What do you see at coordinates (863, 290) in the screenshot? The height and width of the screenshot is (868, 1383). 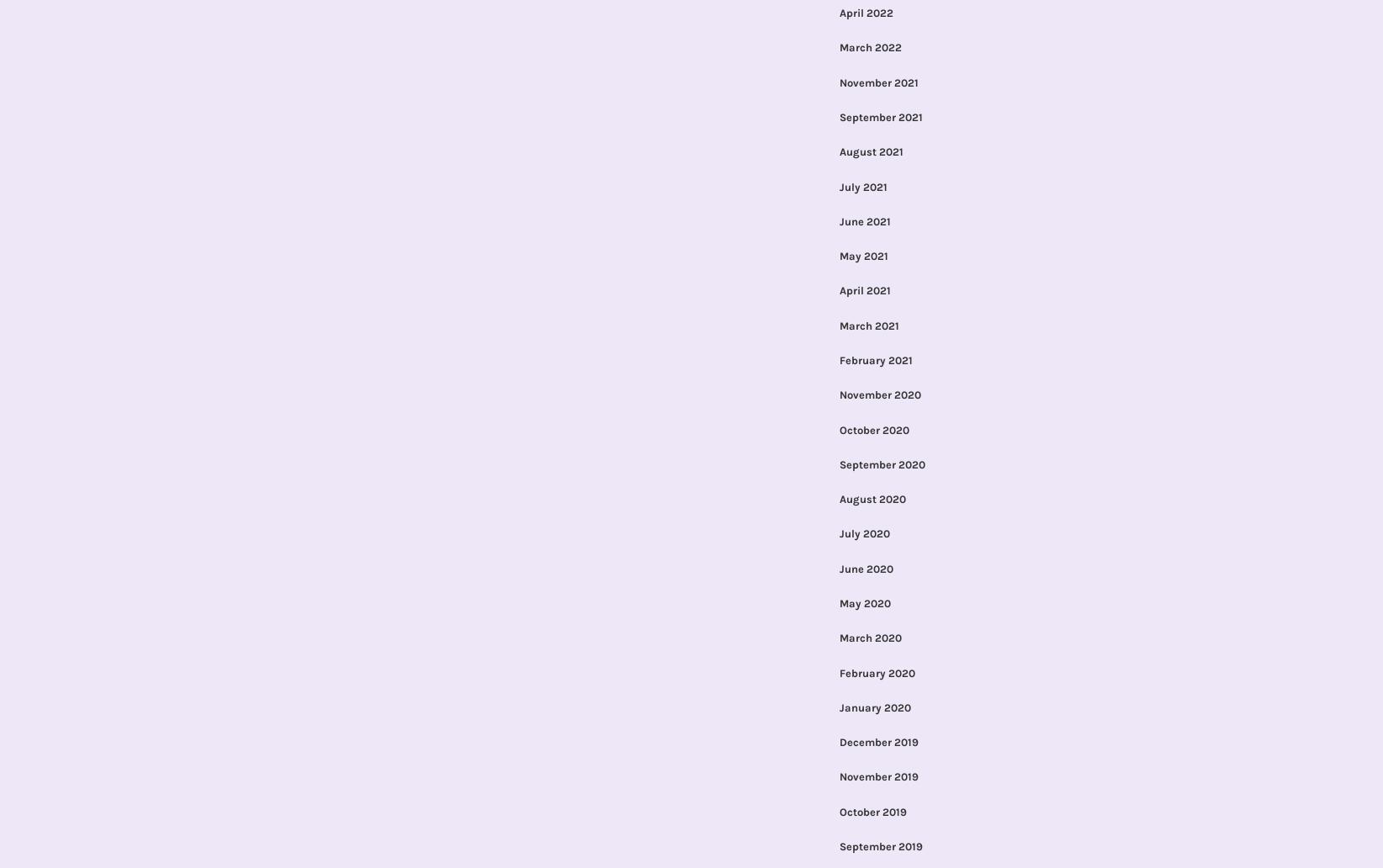 I see `'April 2021'` at bounding box center [863, 290].